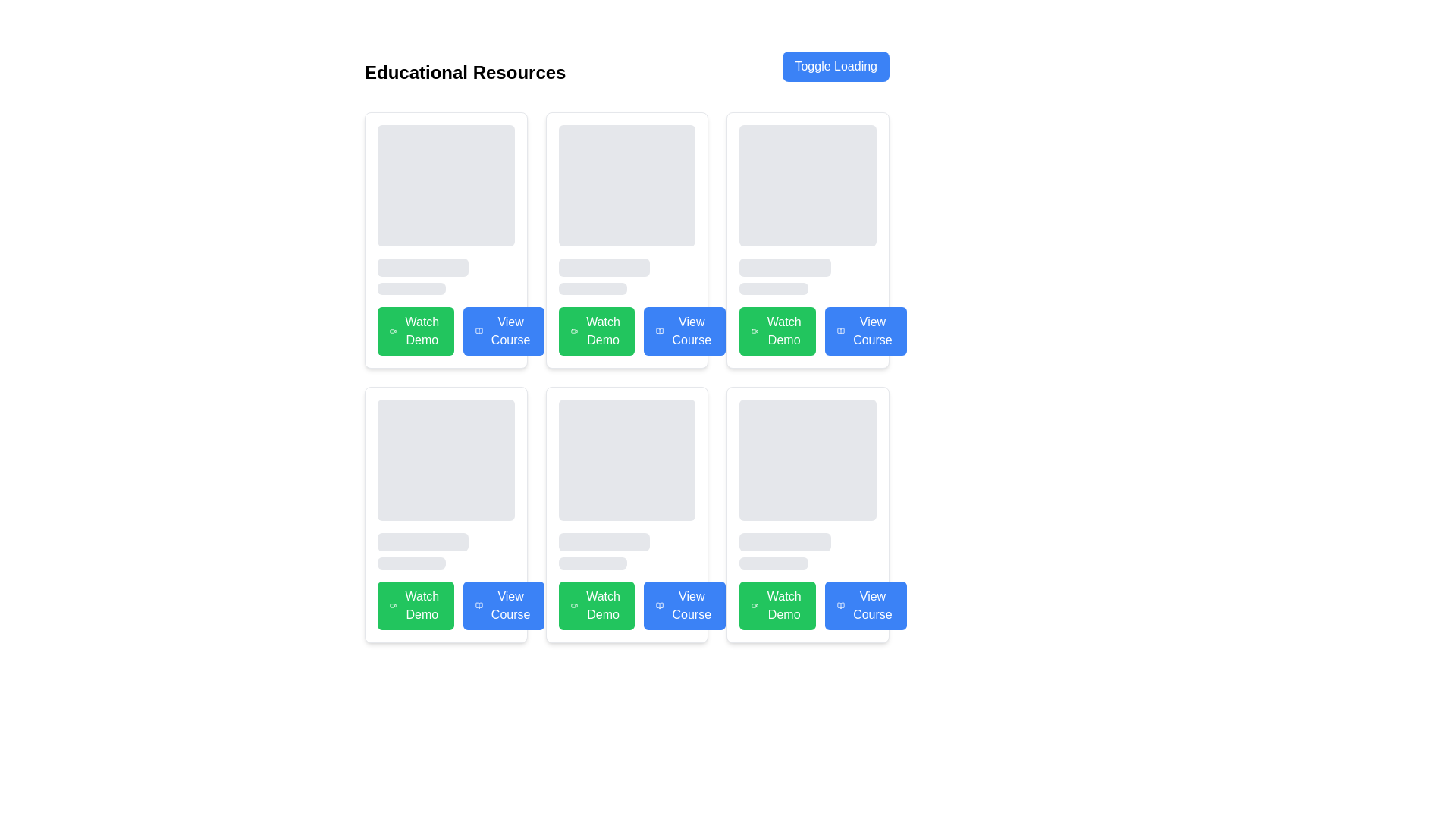 The width and height of the screenshot is (1456, 819). What do you see at coordinates (573, 604) in the screenshot?
I see `the decorative icon for the 'Watch Demo' button located within the green button in the bottom buttons row of the third card in the second row of the grid layout` at bounding box center [573, 604].